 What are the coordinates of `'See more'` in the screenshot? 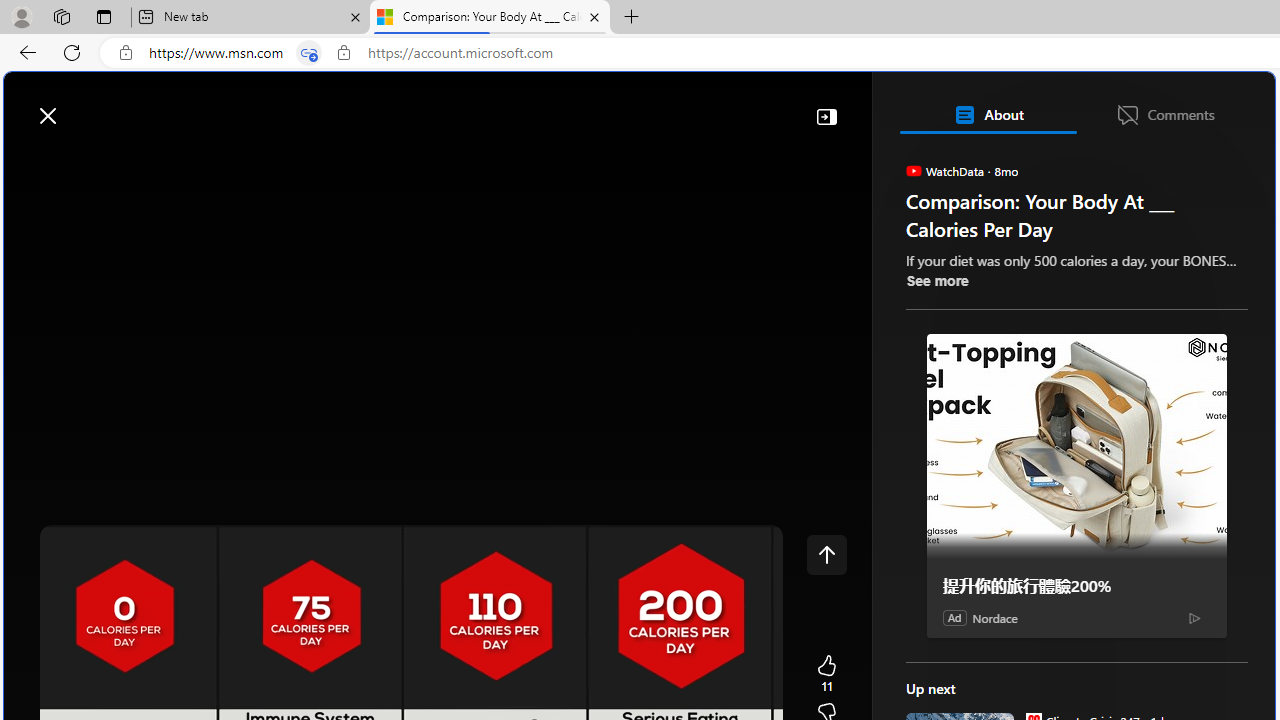 It's located at (935, 280).